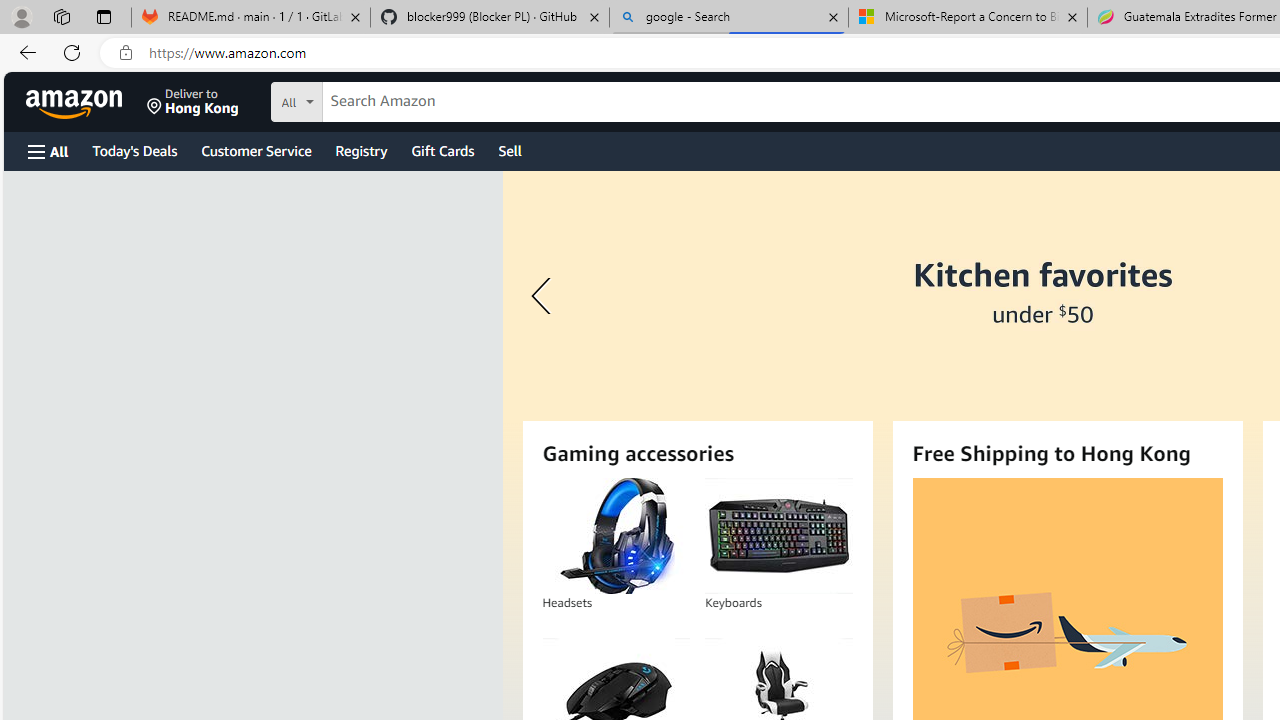  I want to click on 'Keyboards', so click(777, 535).